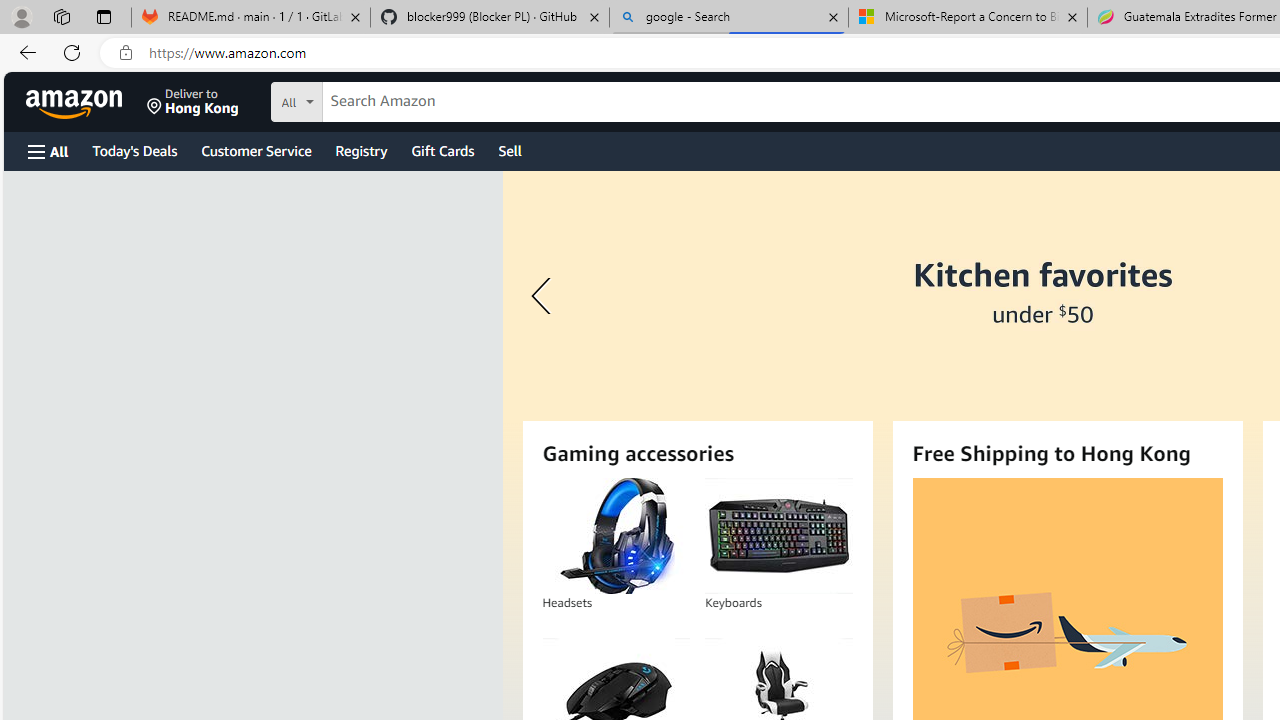  I want to click on 'Keyboards', so click(777, 535).